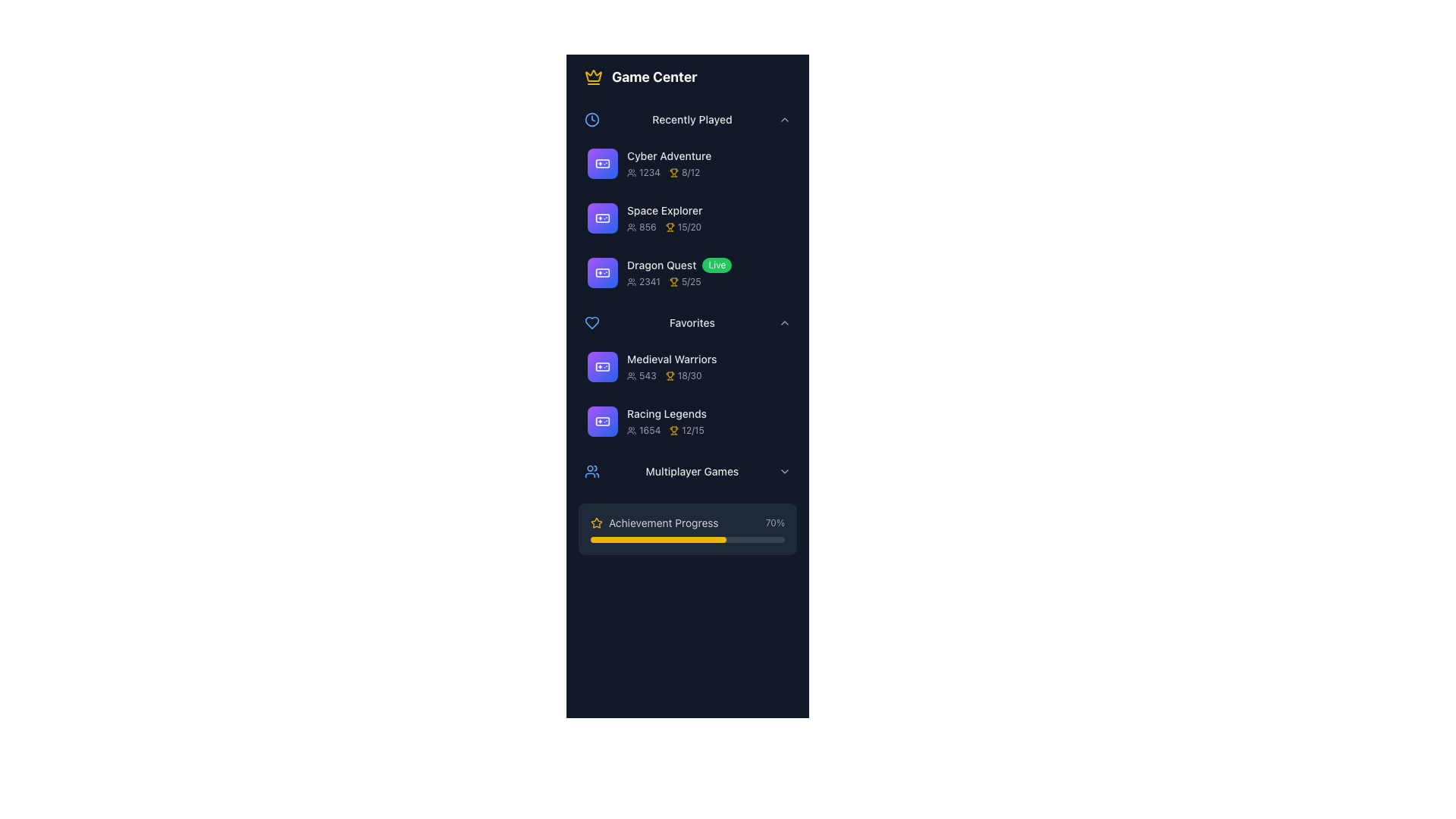 This screenshot has width=1456, height=819. Describe the element at coordinates (602, 366) in the screenshot. I see `the Decorative Icon that resembles a game controller, located in the 'Favorites' section next to 'Medieval Warriors'` at that location.